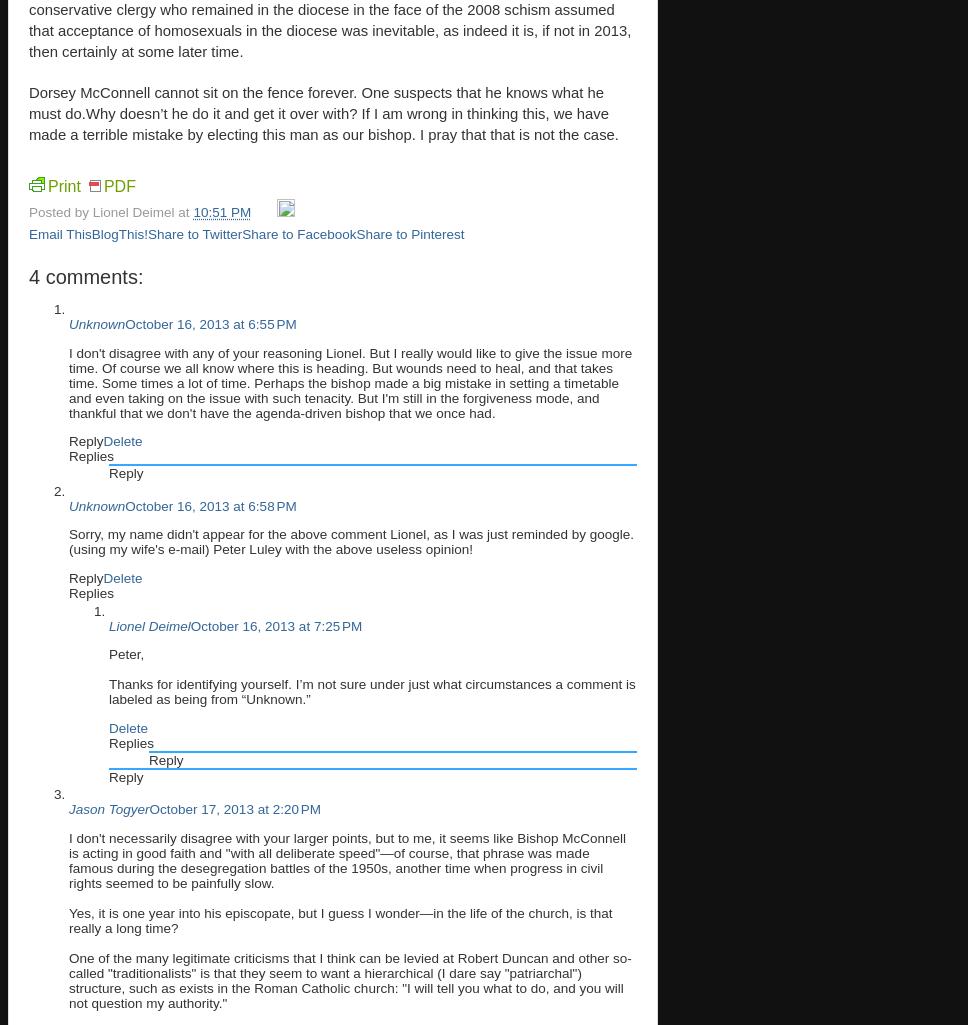  Describe the element at coordinates (209, 505) in the screenshot. I see `'October 16, 2013 at 6:58 PM'` at that location.